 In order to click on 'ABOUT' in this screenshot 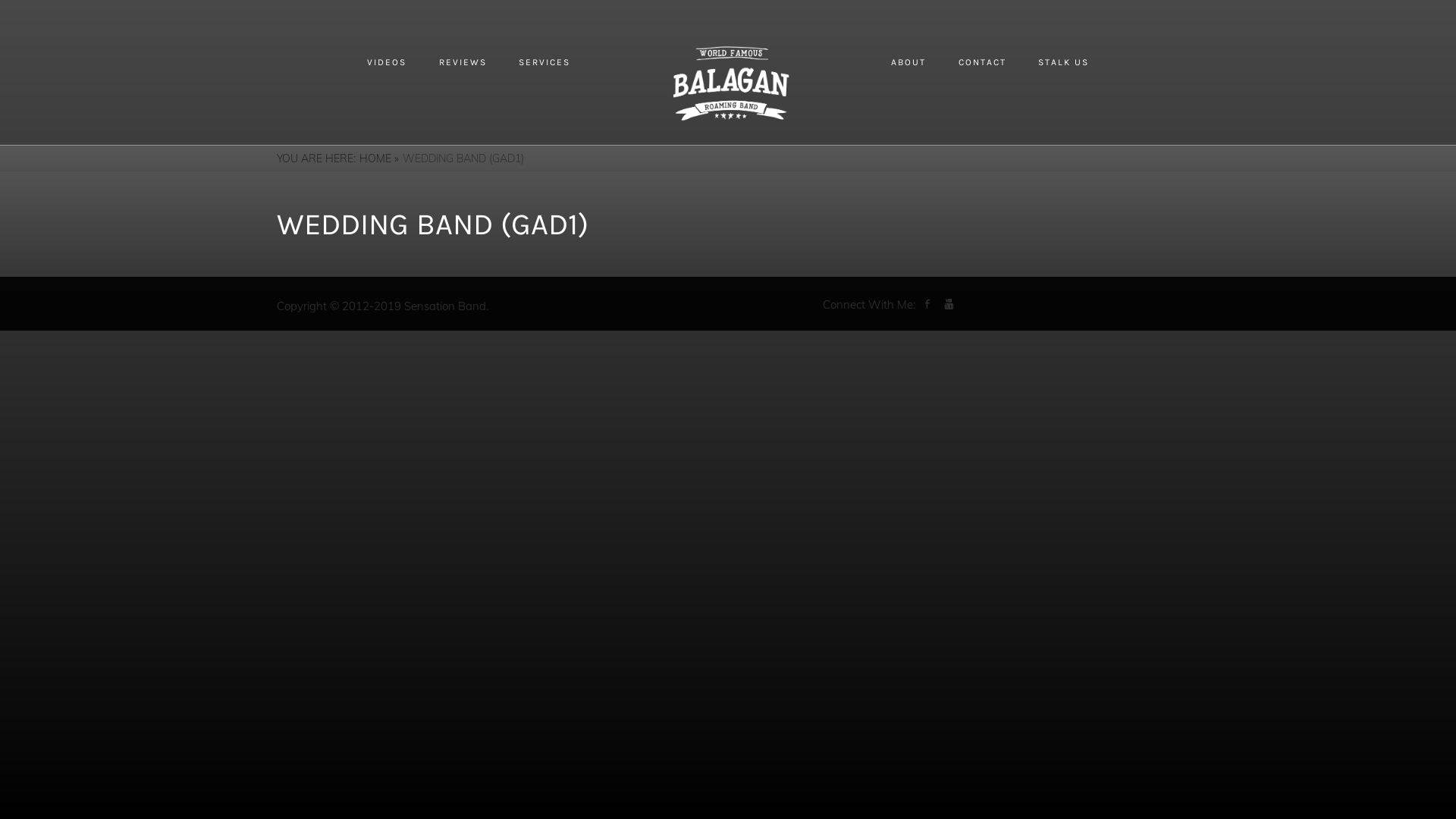, I will do `click(908, 61)`.